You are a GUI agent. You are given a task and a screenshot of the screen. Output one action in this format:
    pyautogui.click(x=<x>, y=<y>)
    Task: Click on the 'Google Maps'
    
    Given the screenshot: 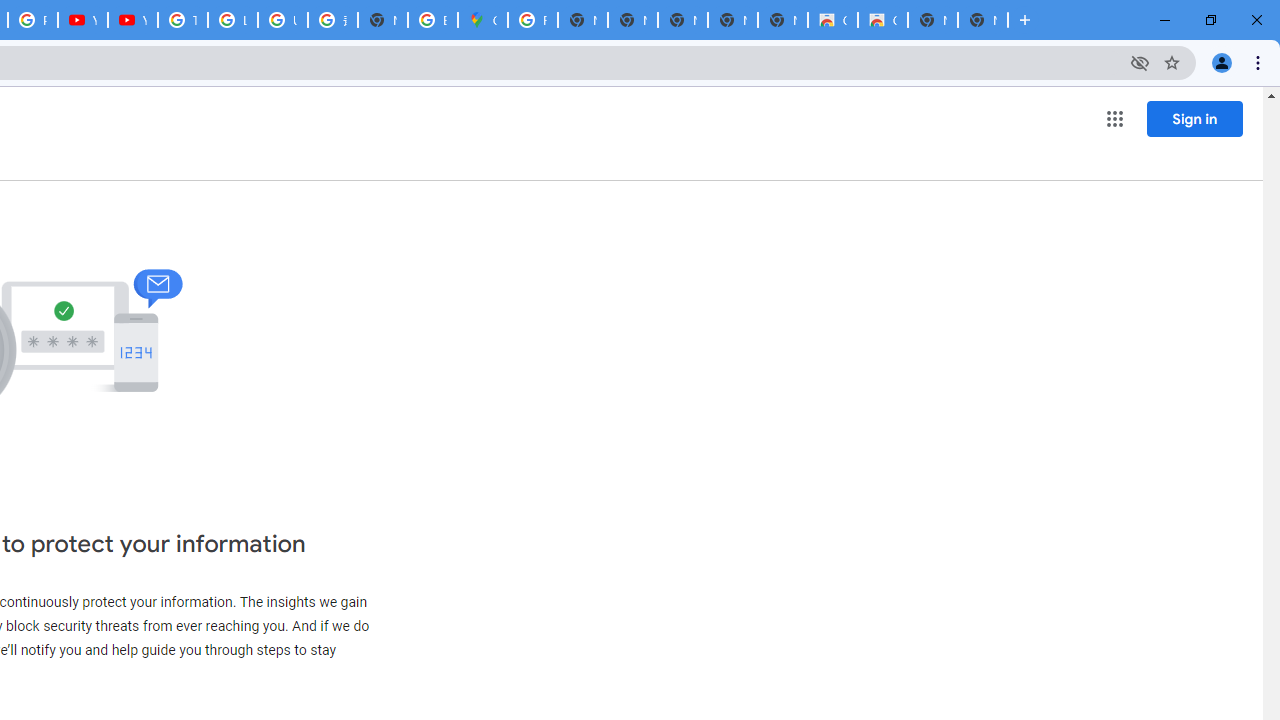 What is the action you would take?
    pyautogui.click(x=483, y=20)
    